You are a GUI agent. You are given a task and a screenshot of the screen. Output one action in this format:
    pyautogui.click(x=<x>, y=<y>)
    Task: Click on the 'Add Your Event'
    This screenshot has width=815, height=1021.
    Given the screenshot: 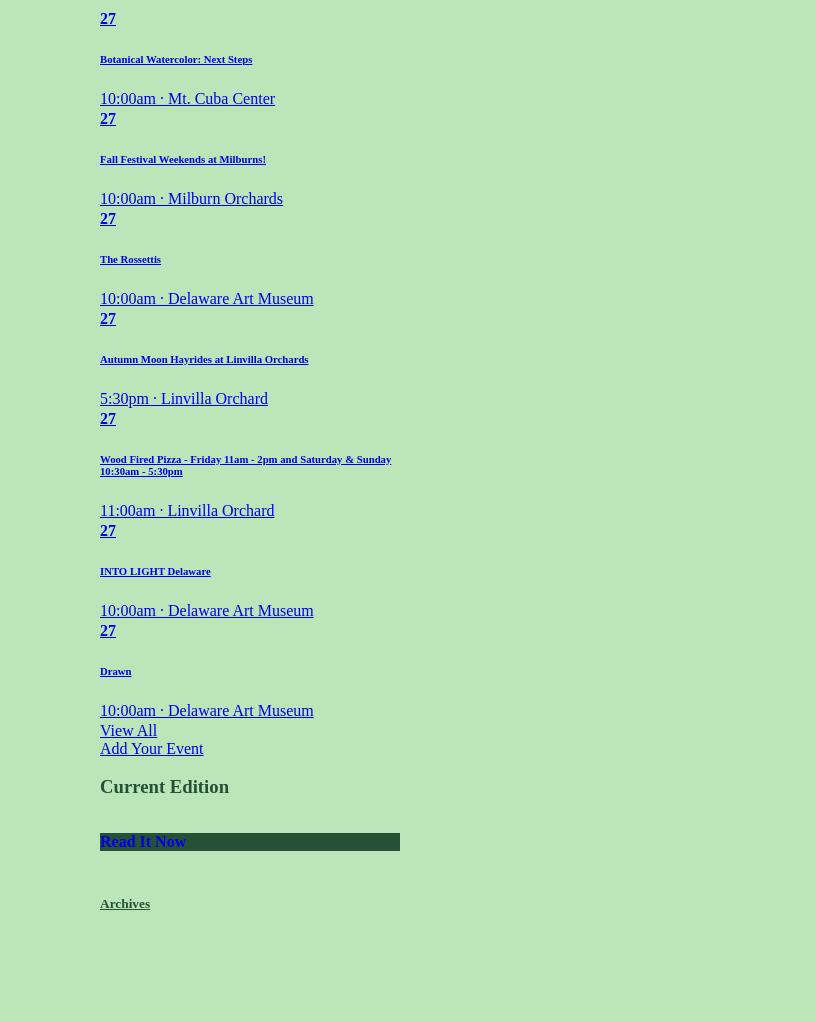 What is the action you would take?
    pyautogui.click(x=151, y=747)
    